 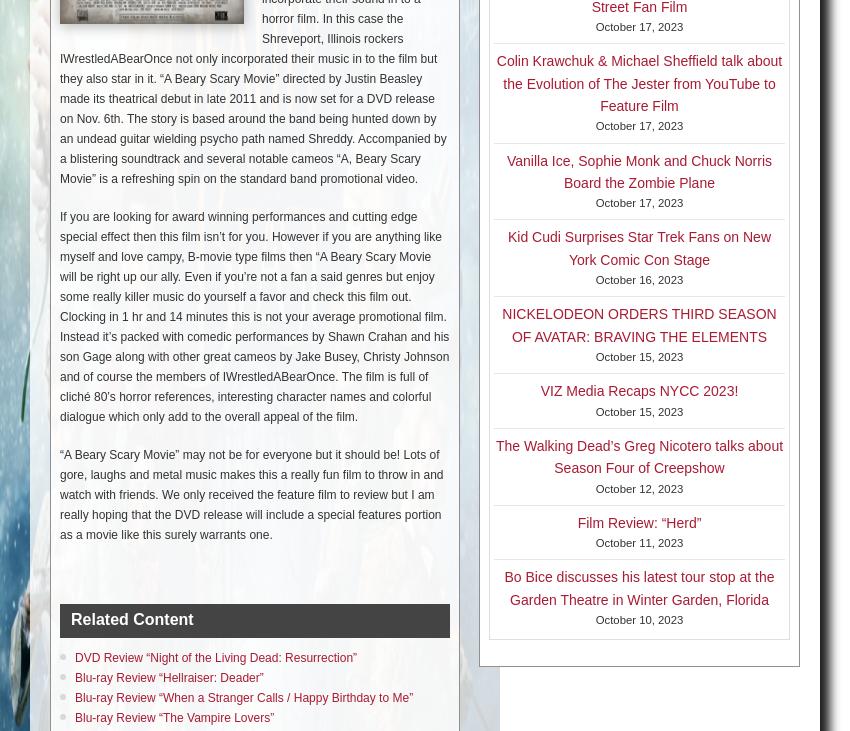 I want to click on 'Bo Bice discusses his latest tour stop at the Garden Theatre in Winter Garden, Florida', so click(x=639, y=587).